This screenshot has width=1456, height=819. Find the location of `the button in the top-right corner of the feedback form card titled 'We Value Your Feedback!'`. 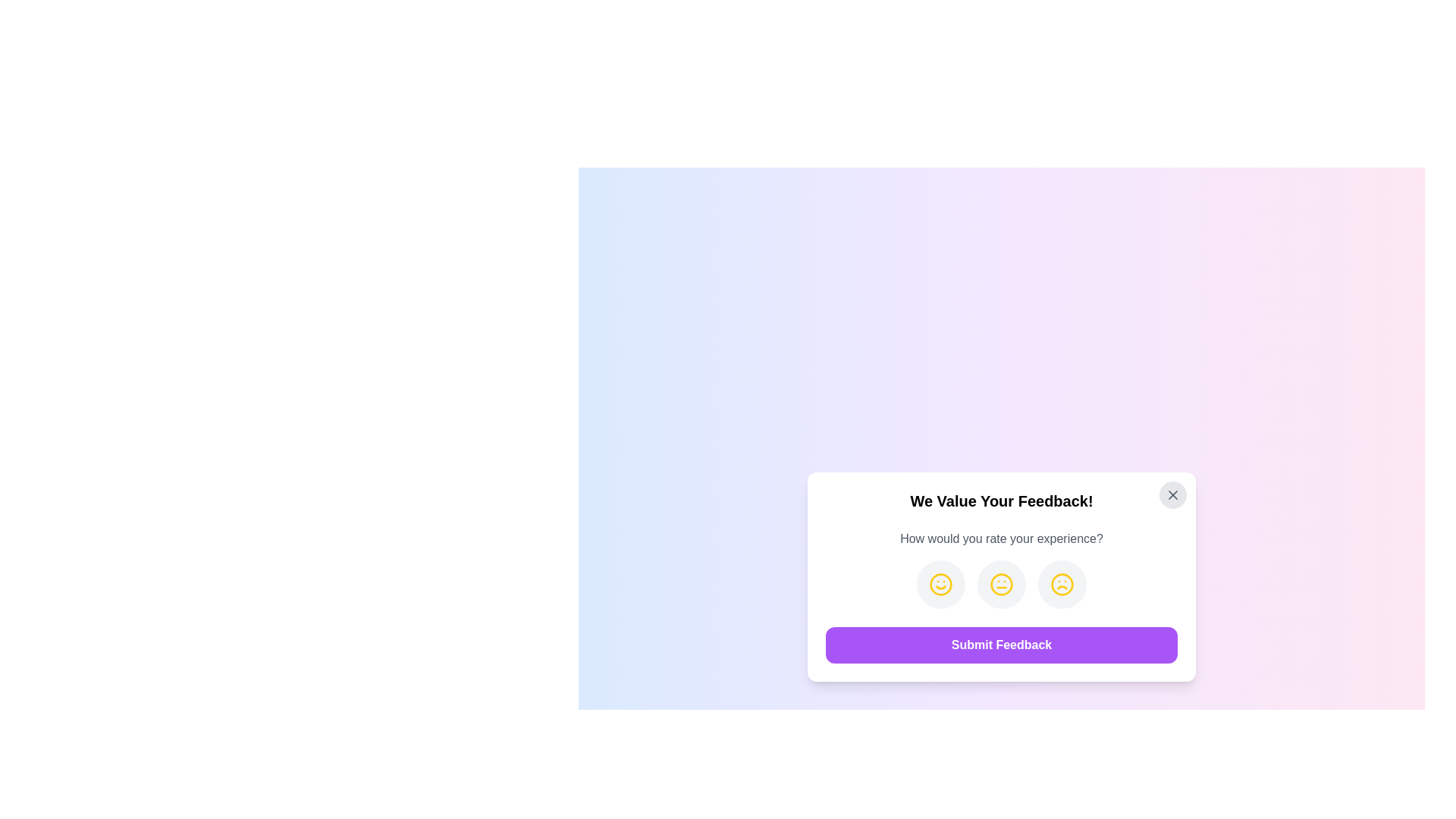

the button in the top-right corner of the feedback form card titled 'We Value Your Feedback!' is located at coordinates (1172, 494).